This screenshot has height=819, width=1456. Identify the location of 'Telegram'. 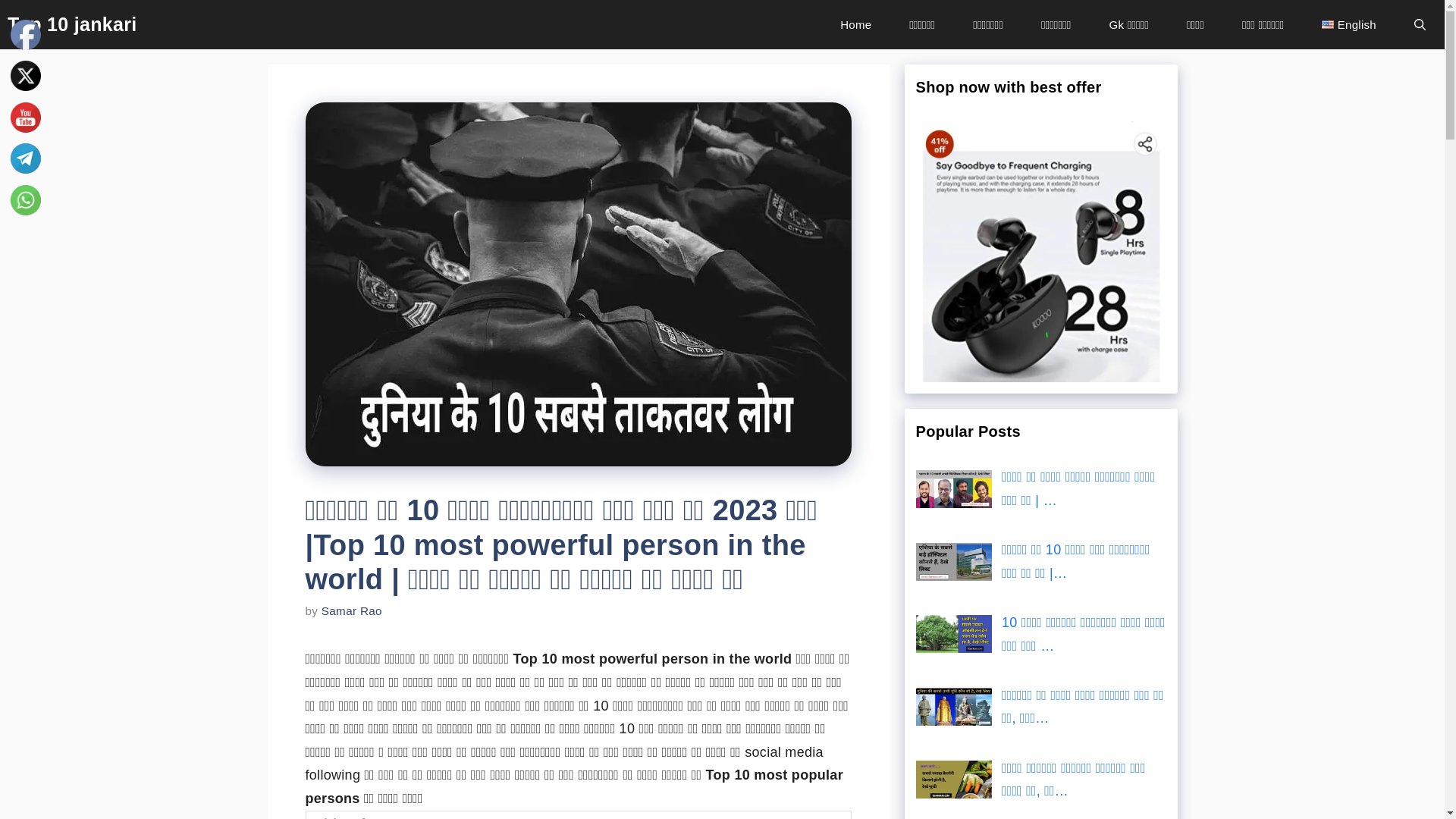
(25, 158).